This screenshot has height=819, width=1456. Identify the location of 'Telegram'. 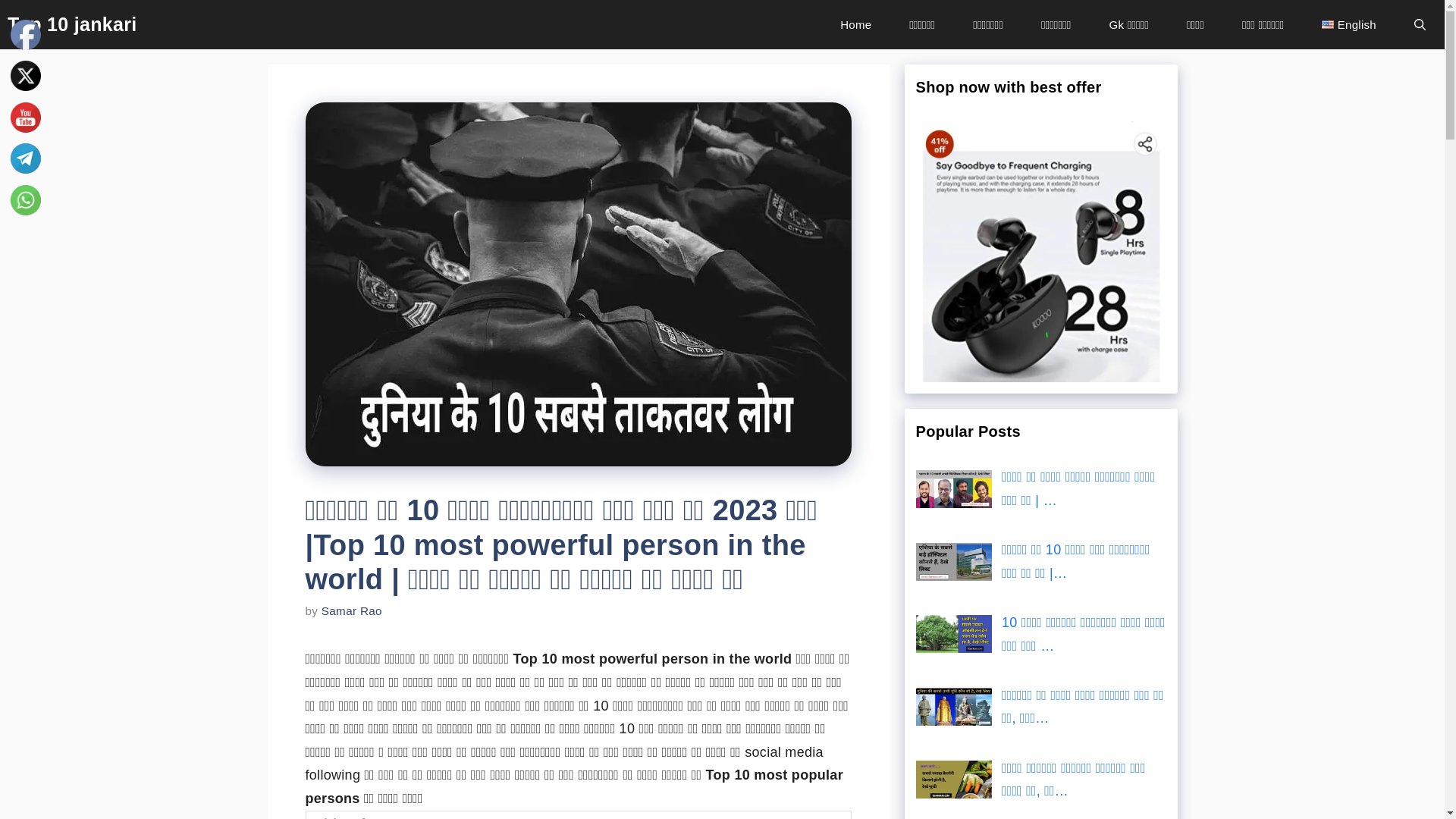
(25, 158).